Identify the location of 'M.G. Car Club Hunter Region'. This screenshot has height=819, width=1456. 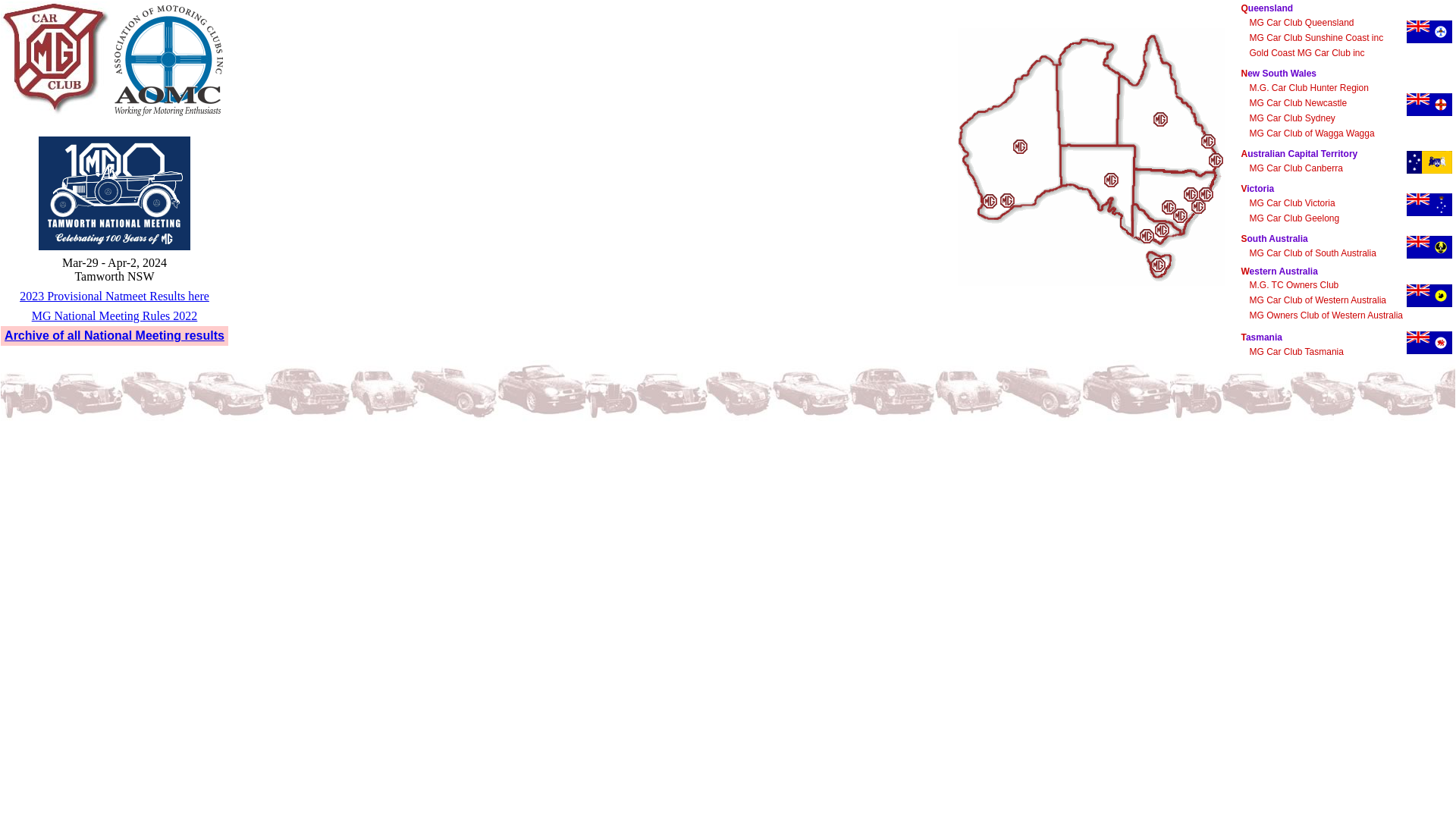
(1307, 87).